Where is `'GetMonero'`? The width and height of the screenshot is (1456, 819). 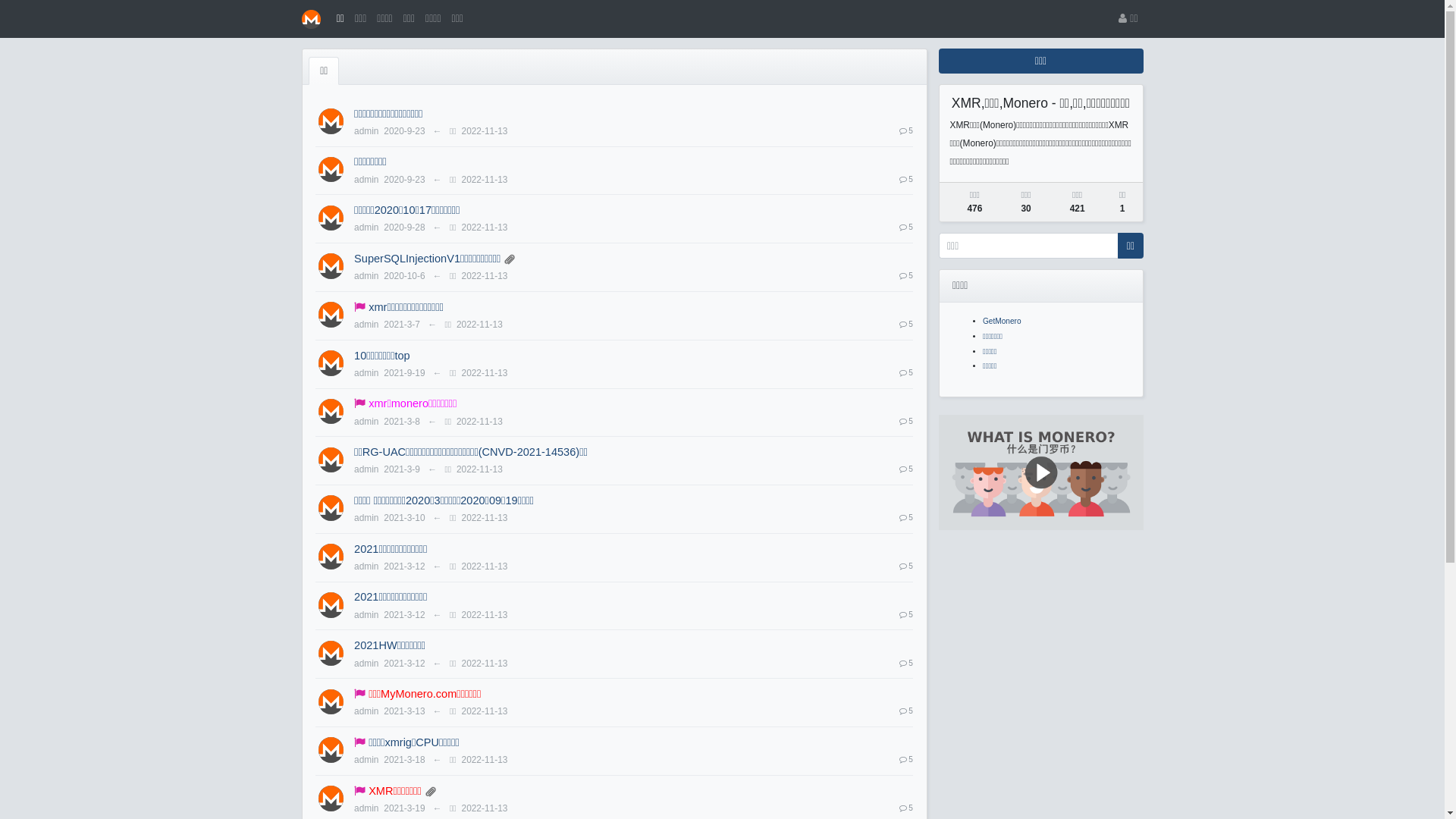
'GetMonero' is located at coordinates (1002, 320).